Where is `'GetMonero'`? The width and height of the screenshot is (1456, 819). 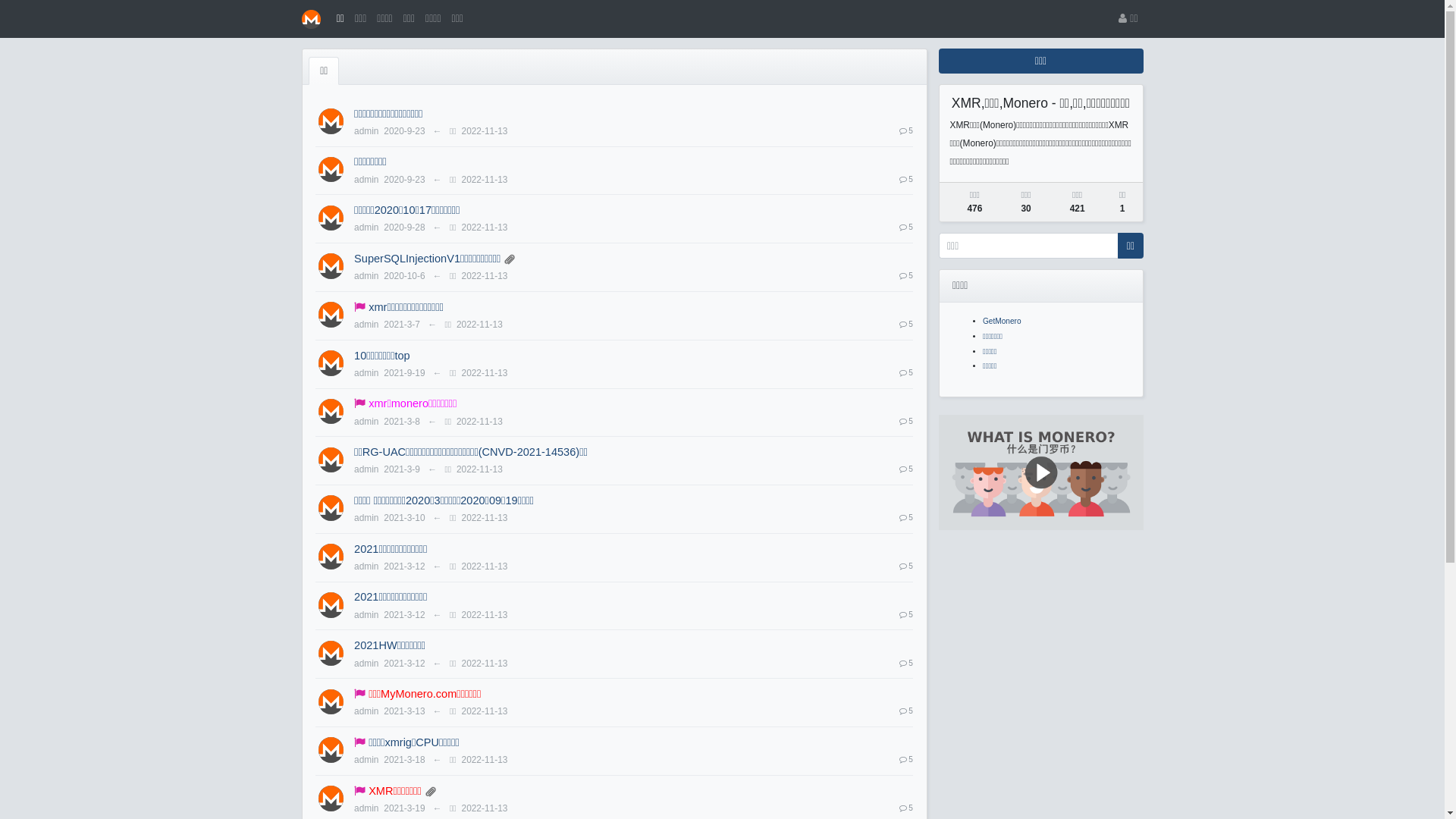
'GetMonero' is located at coordinates (1002, 320).